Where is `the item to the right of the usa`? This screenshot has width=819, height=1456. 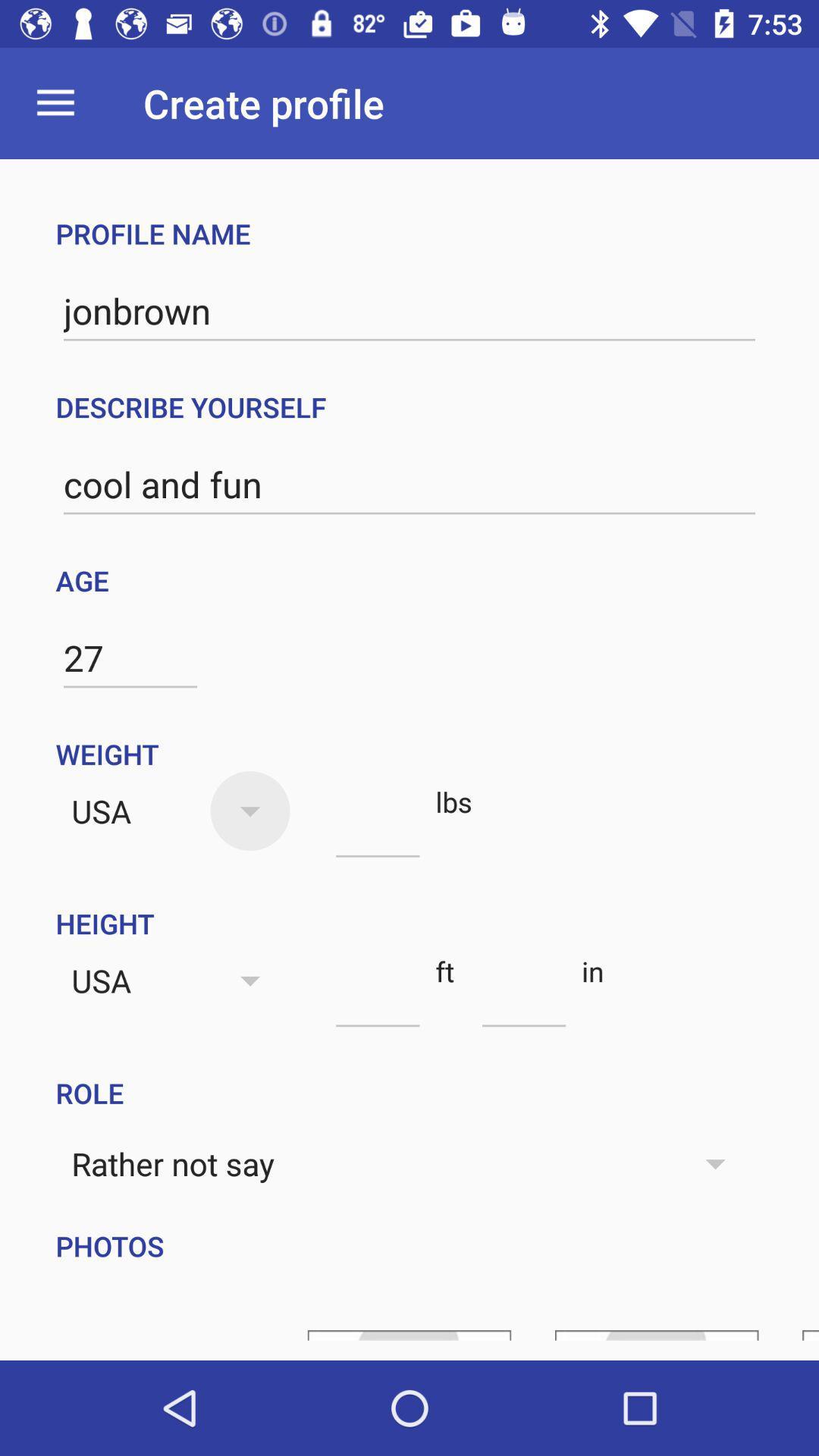 the item to the right of the usa is located at coordinates (377, 829).